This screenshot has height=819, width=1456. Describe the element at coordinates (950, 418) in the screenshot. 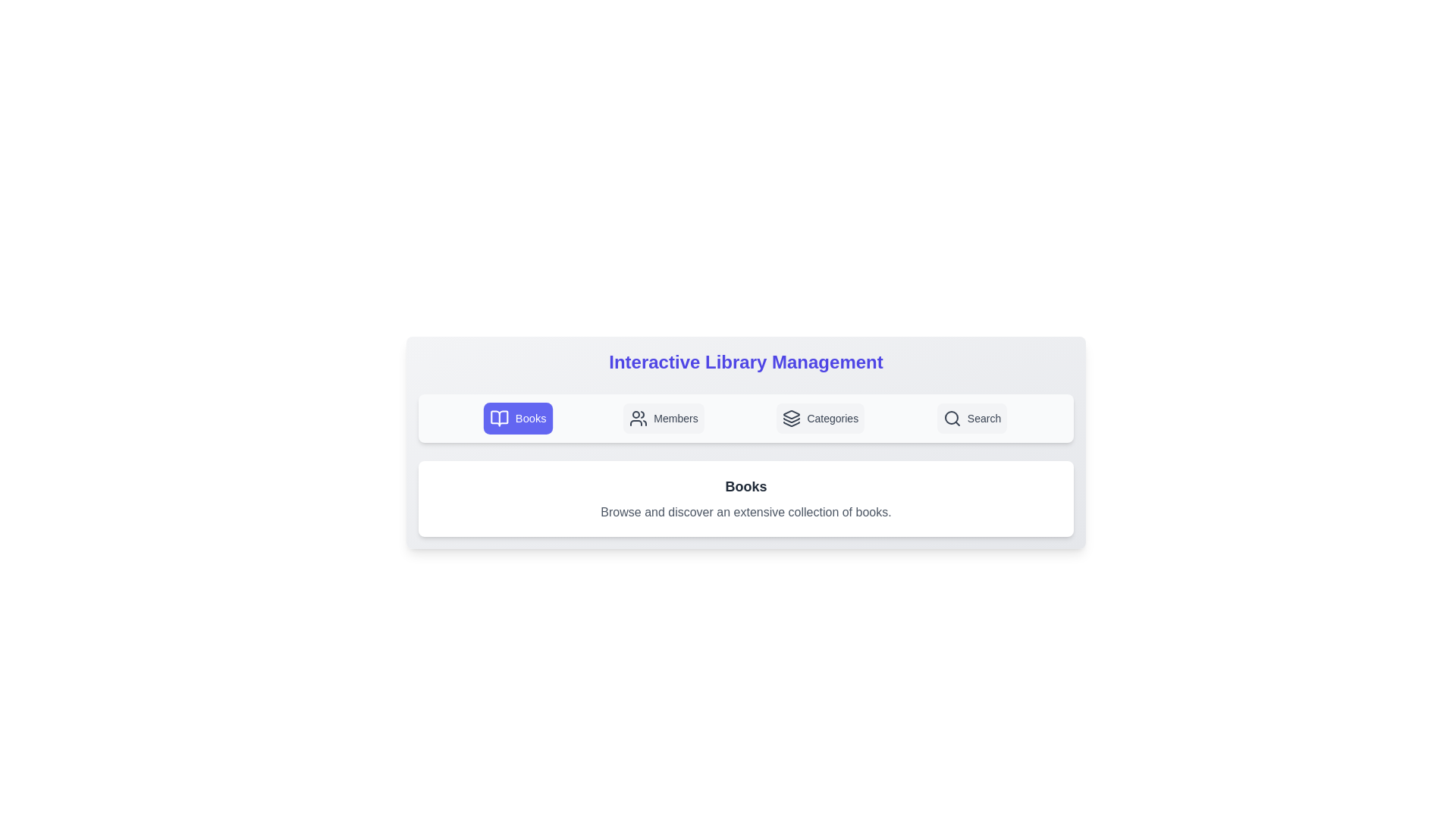

I see `the Circular SVG component representing the lens of the magnifying glass icon in the 'Search' button located in the horizontal navigation bar` at that location.